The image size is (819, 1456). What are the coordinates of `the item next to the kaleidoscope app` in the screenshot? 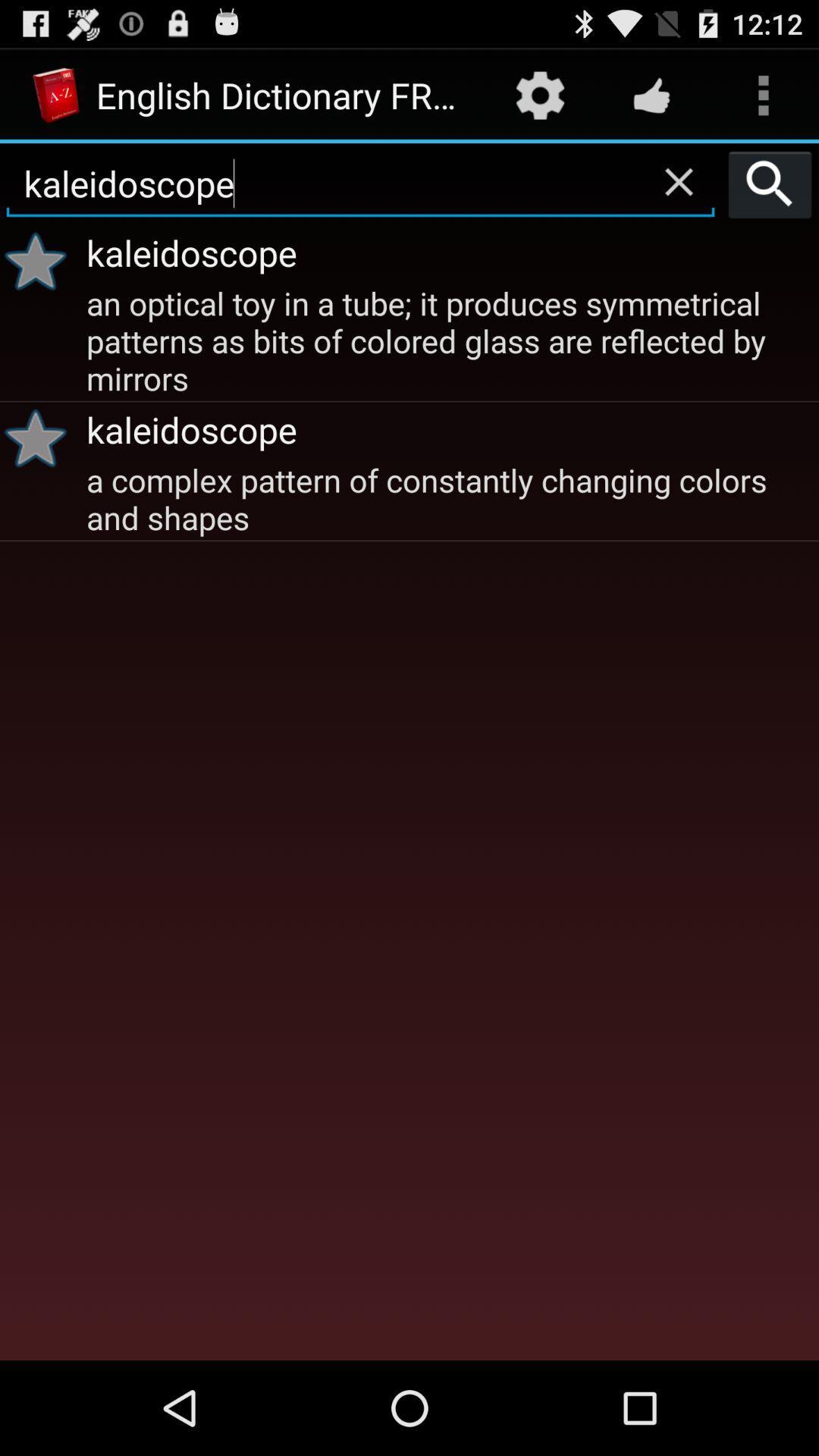 It's located at (40, 261).